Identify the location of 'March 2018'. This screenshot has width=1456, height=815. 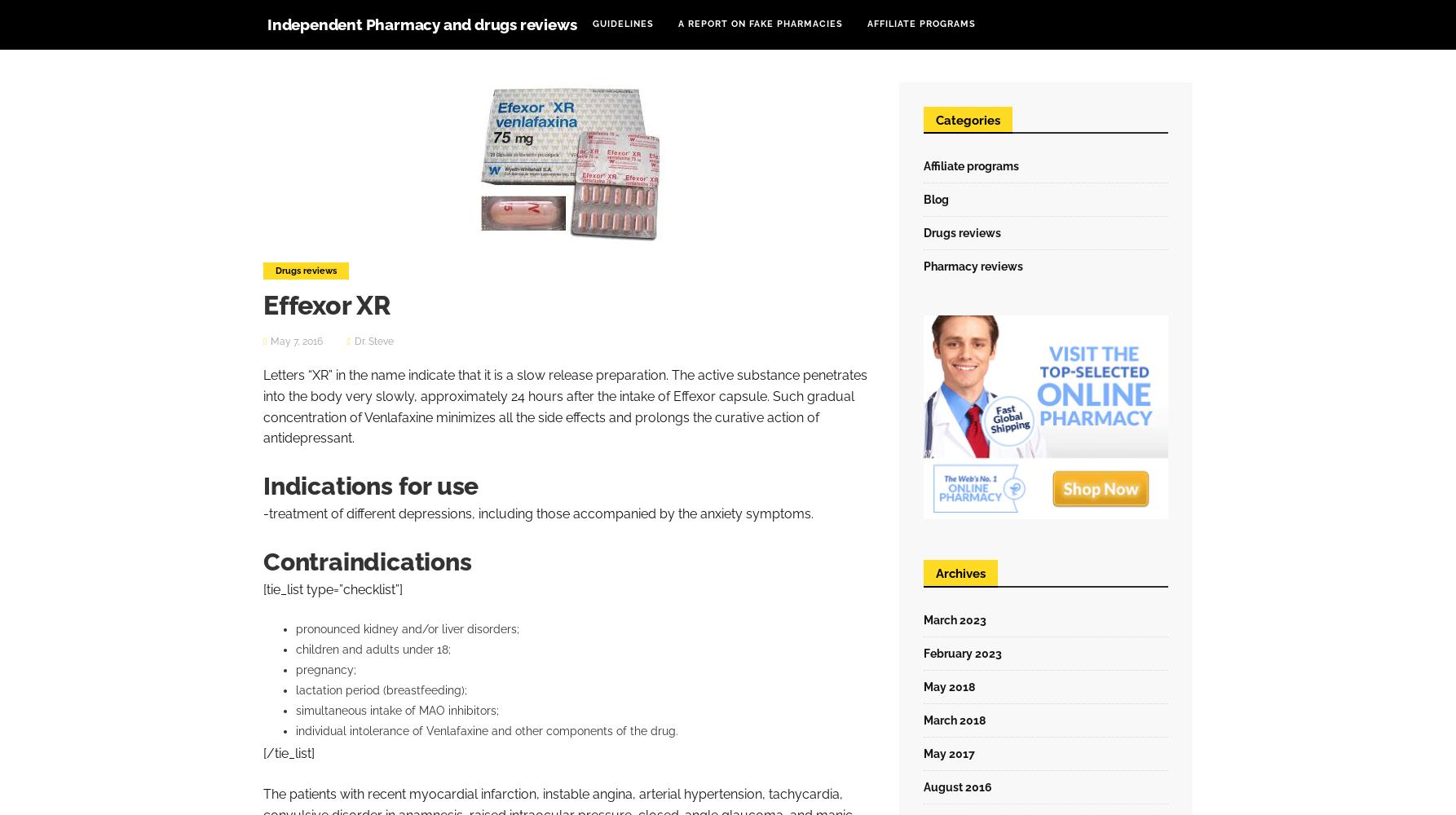
(954, 720).